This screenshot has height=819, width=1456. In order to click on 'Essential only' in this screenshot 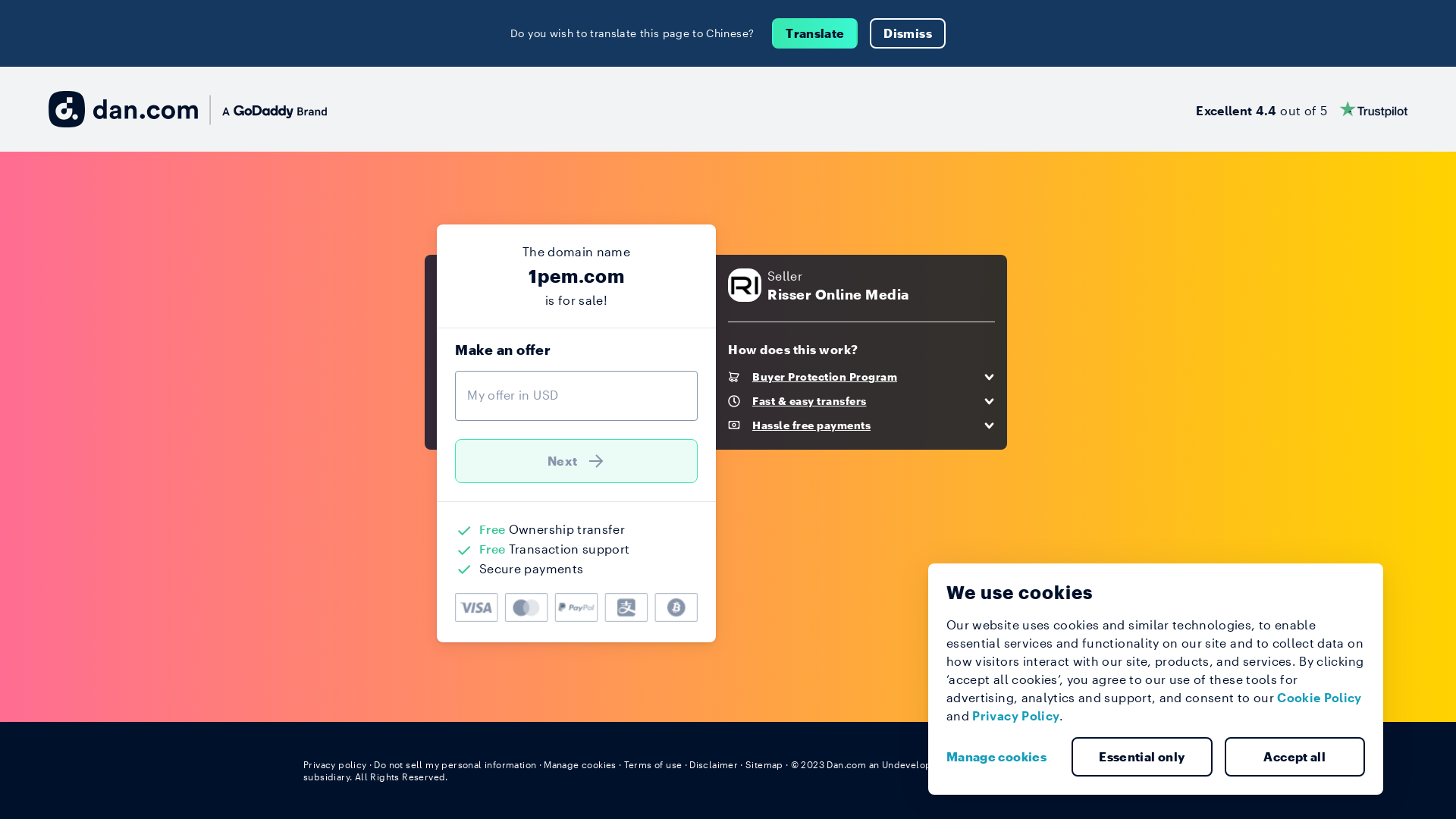, I will do `click(1142, 757)`.